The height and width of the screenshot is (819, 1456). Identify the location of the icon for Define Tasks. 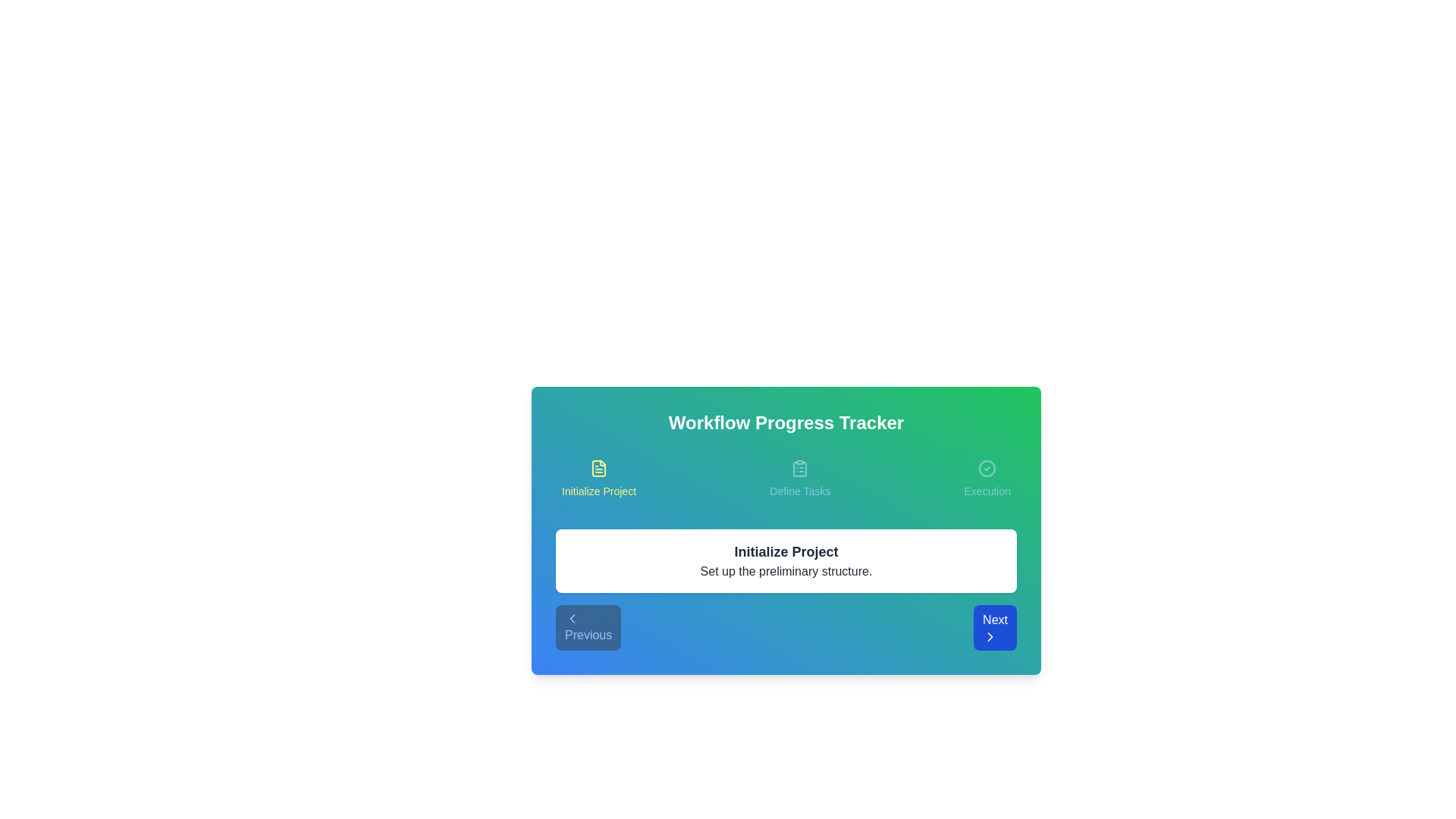
(799, 467).